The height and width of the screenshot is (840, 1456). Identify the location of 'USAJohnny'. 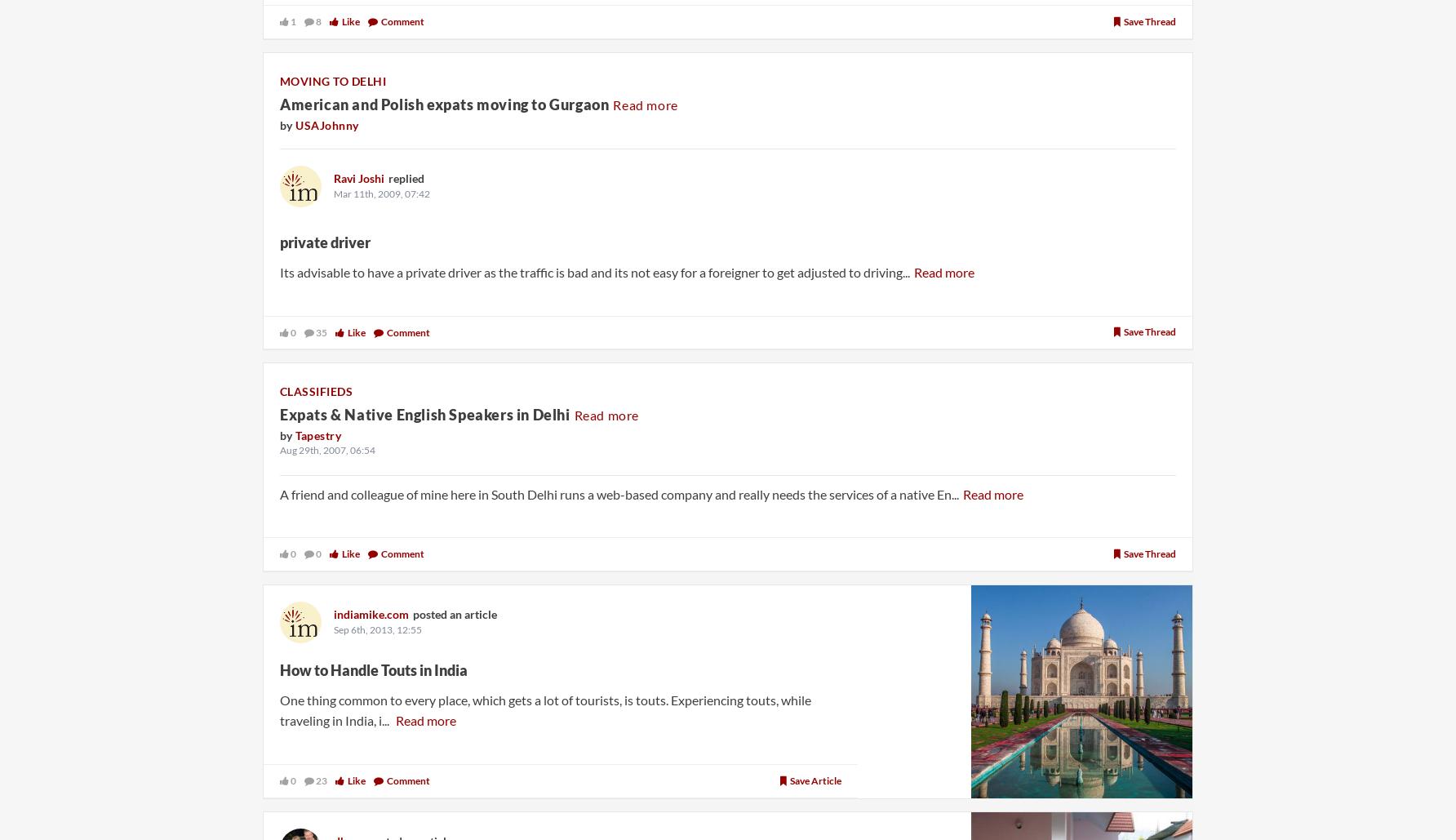
(326, 124).